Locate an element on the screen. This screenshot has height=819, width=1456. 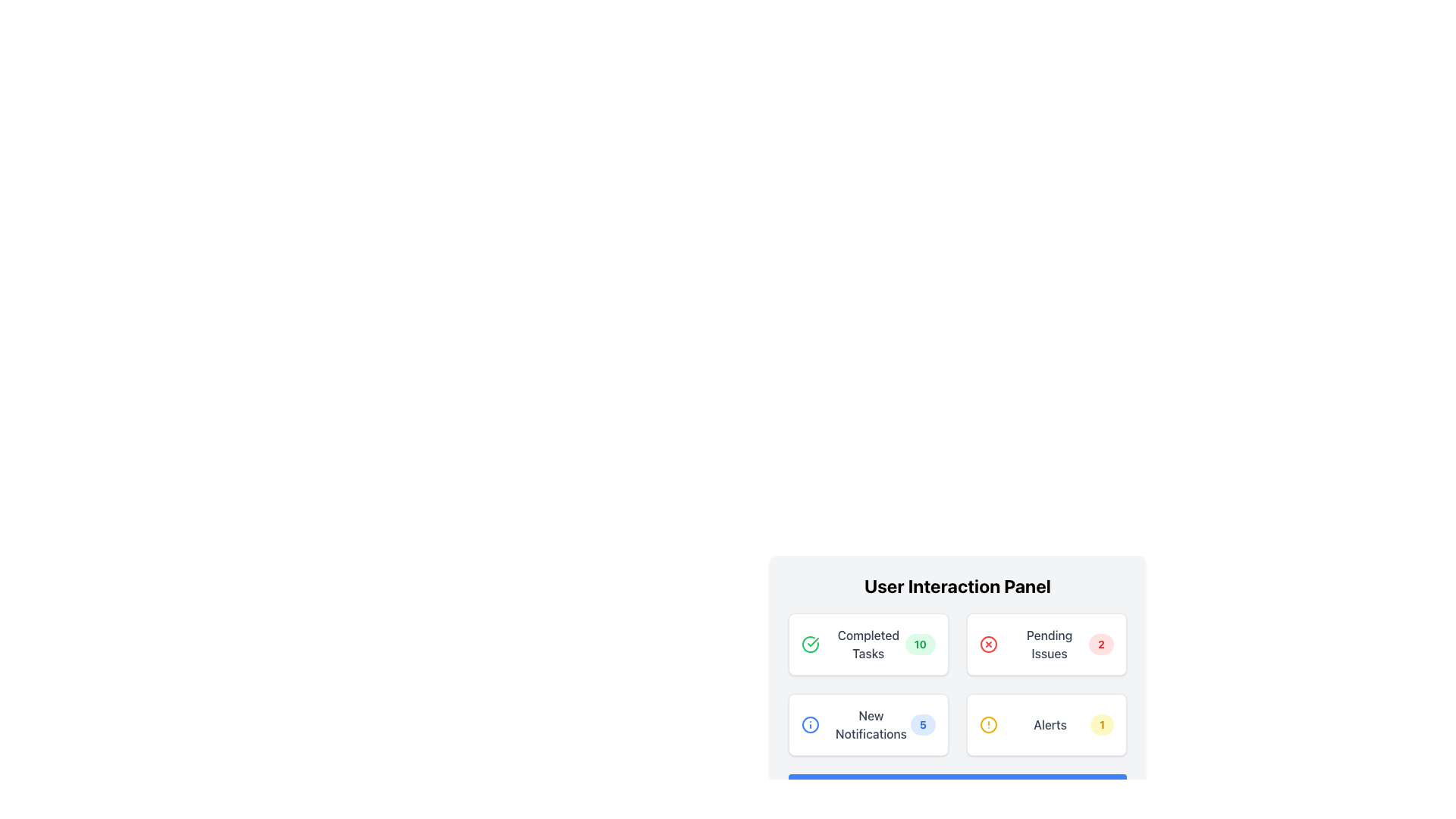
the text label that serves as the title of the card, positioned centrally between an icon on the left and a badge on the right, located in the bottom-right quadrant of the interface is located at coordinates (1049, 644).